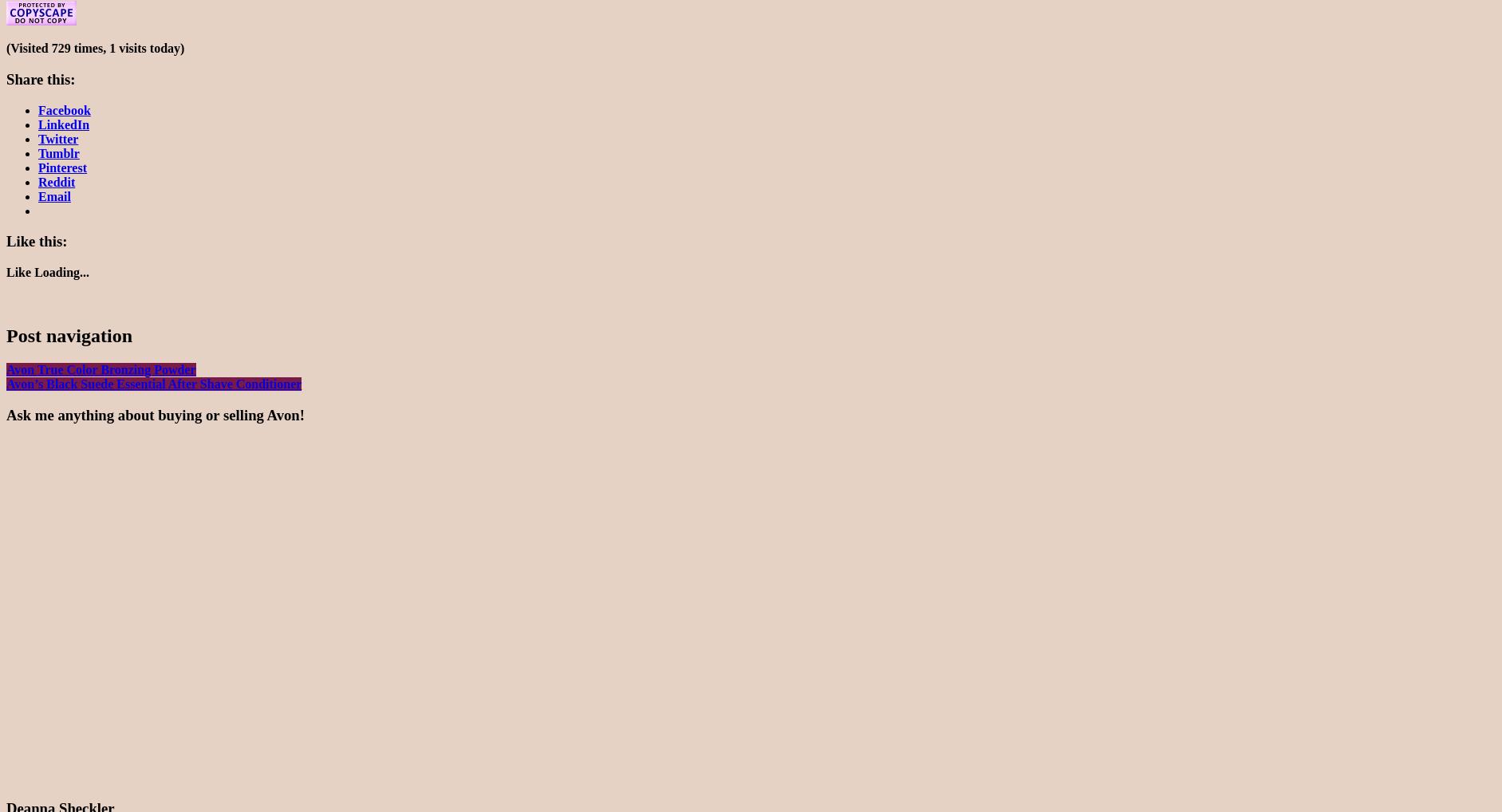 The image size is (1502, 812). I want to click on 'Facebook', so click(37, 108).